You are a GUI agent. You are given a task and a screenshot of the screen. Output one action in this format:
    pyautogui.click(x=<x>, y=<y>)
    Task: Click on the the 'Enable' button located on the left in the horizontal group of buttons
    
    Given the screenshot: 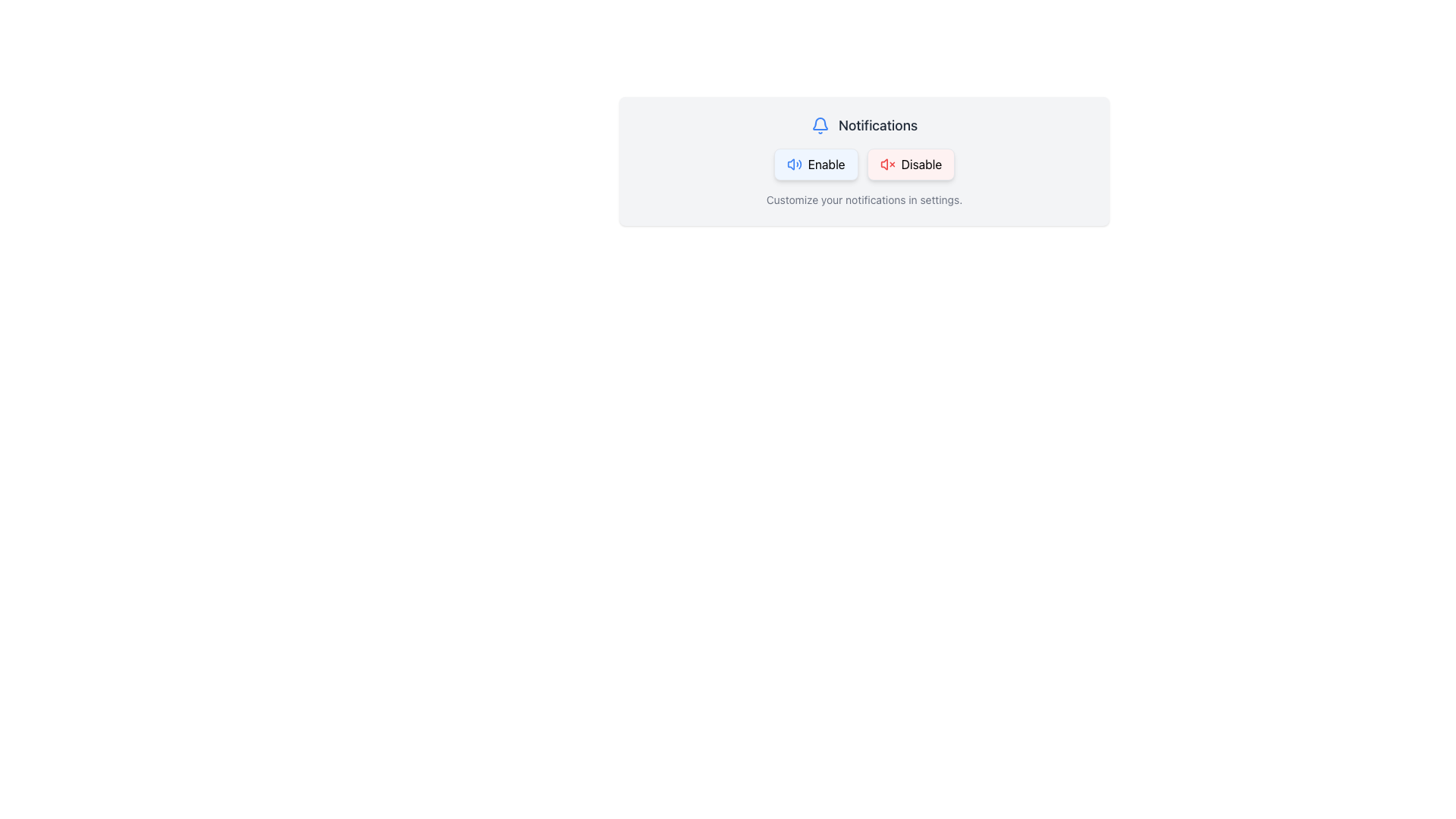 What is the action you would take?
    pyautogui.click(x=814, y=164)
    